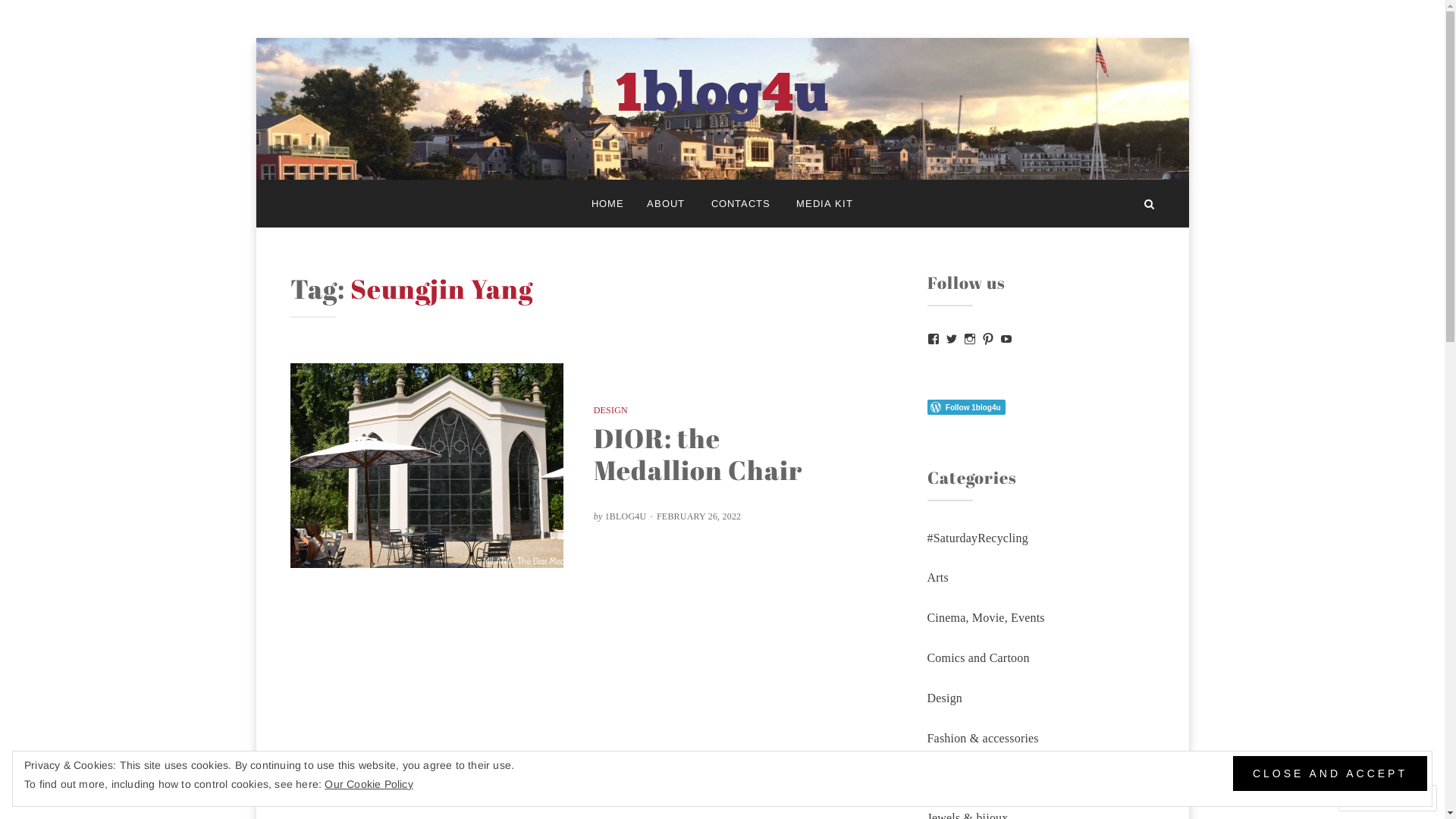 The height and width of the screenshot is (819, 1456). Describe the element at coordinates (635, 202) in the screenshot. I see `'ABOUT'` at that location.